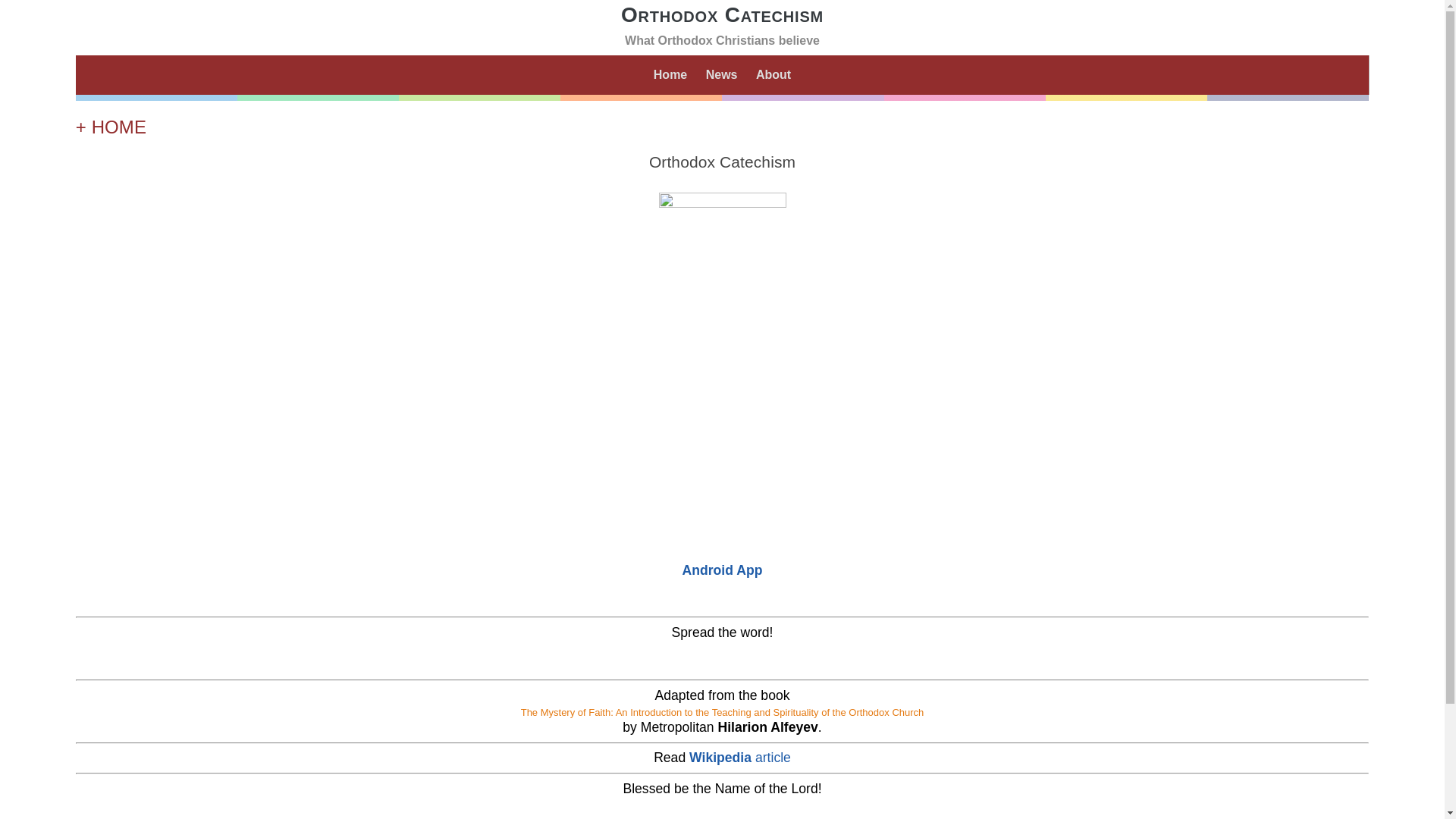 This screenshot has height=819, width=1456. What do you see at coordinates (739, 758) in the screenshot?
I see `'Wikipedia article'` at bounding box center [739, 758].